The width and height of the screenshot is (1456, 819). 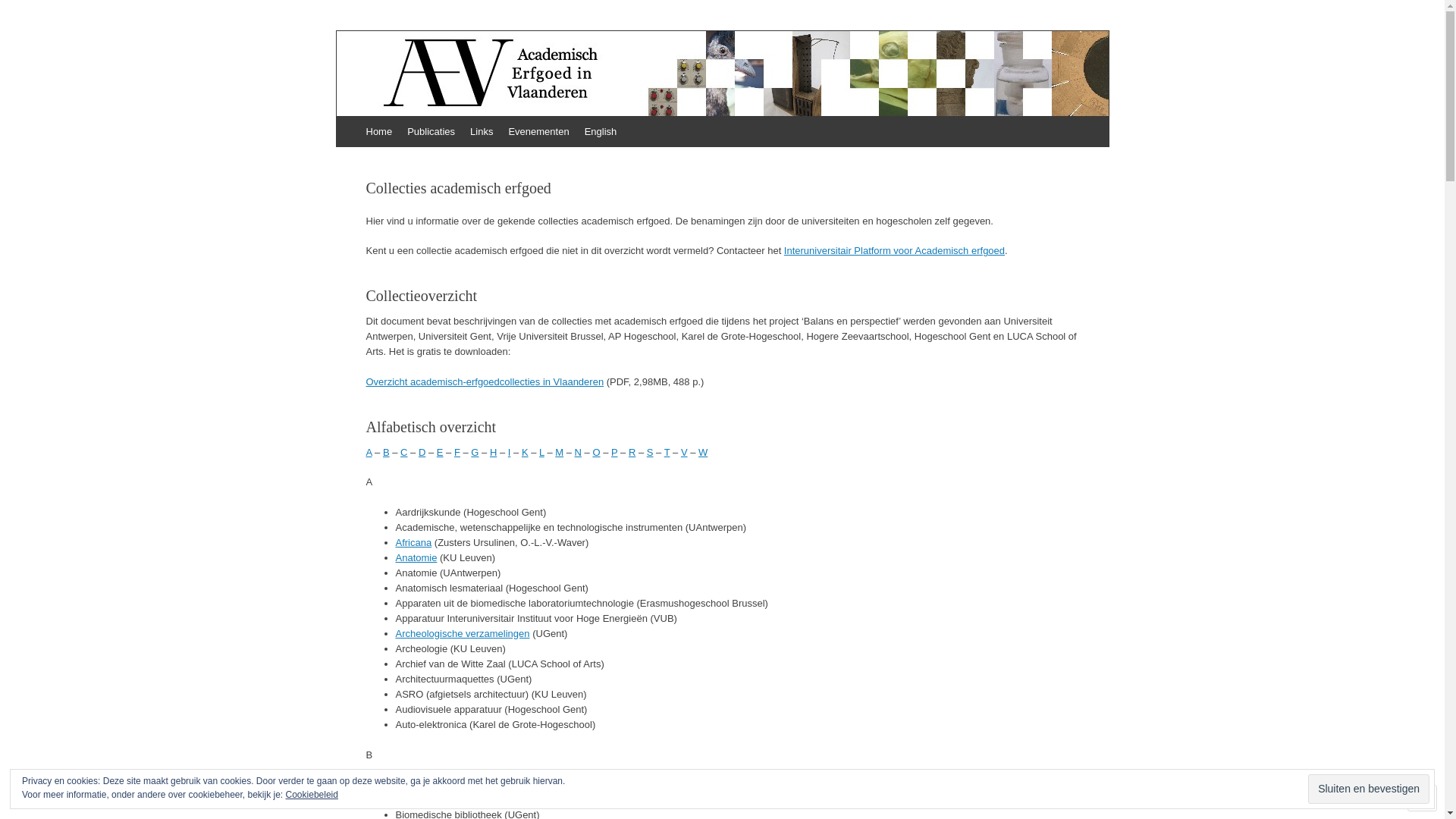 I want to click on 'Publicaties', so click(x=430, y=130).